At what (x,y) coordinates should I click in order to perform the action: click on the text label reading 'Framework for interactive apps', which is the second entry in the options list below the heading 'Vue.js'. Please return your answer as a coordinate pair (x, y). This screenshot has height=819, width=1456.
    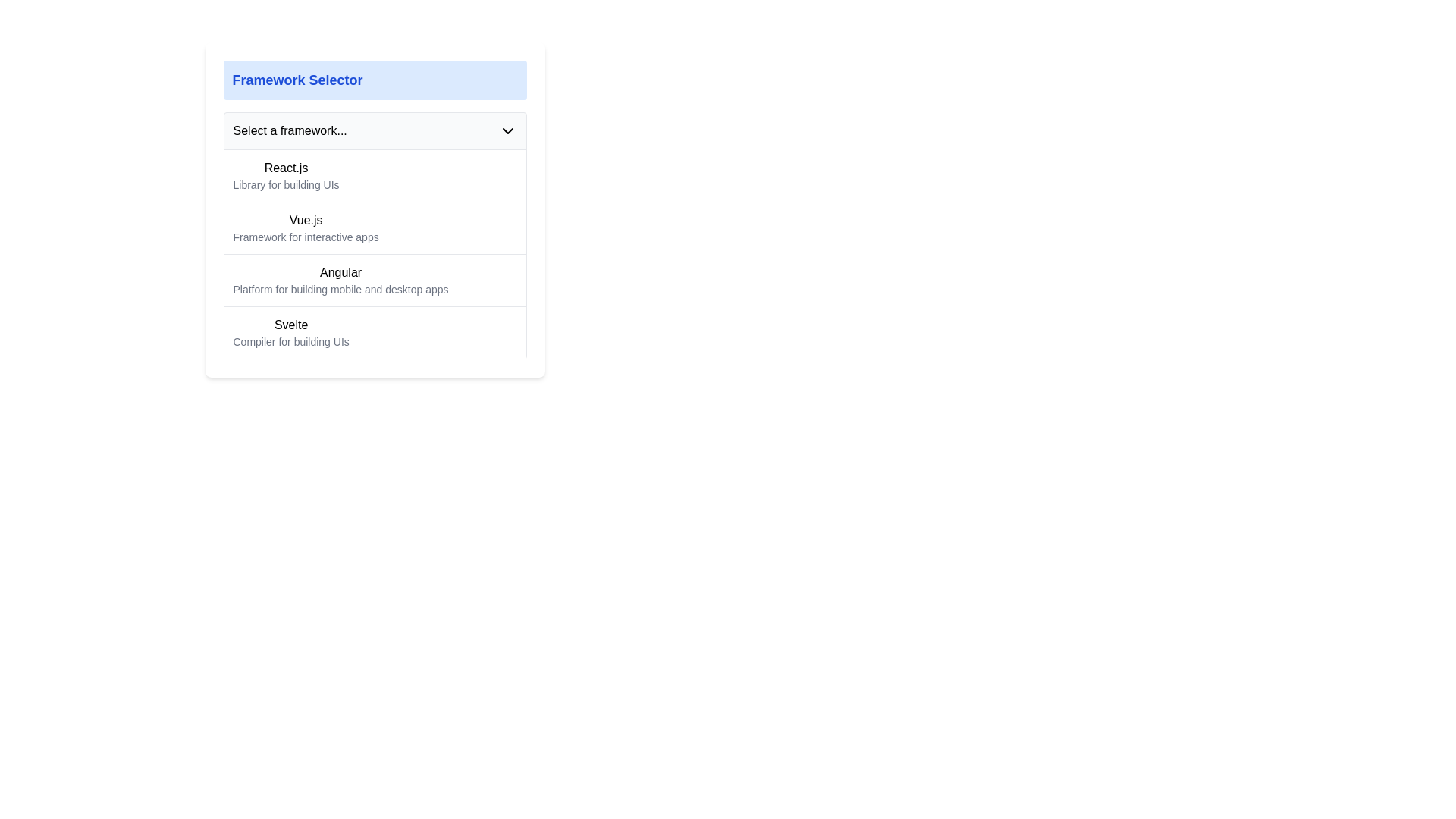
    Looking at the image, I should click on (305, 237).